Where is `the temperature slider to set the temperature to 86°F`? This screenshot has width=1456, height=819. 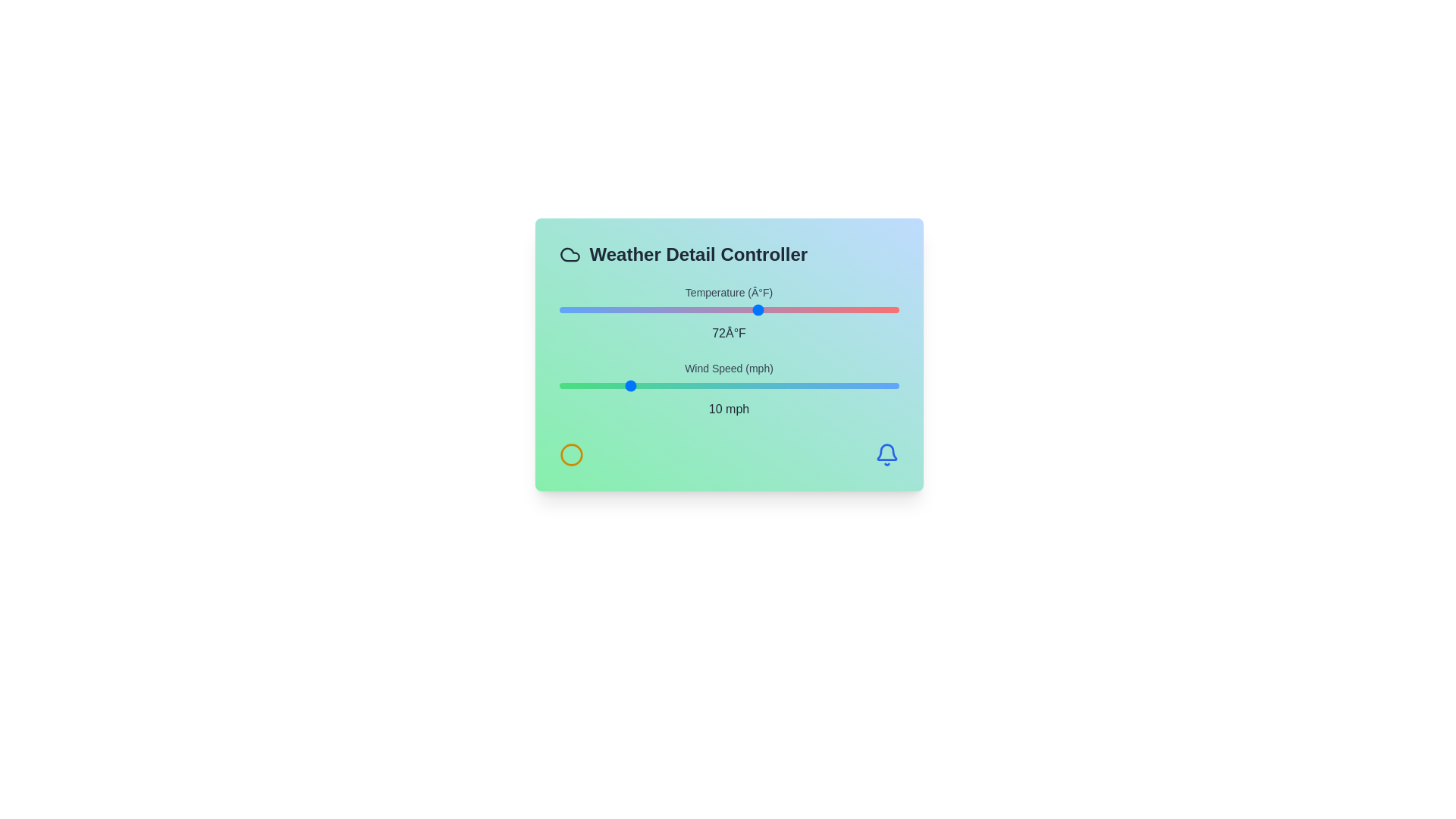
the temperature slider to set the temperature to 86°F is located at coordinates (828, 309).